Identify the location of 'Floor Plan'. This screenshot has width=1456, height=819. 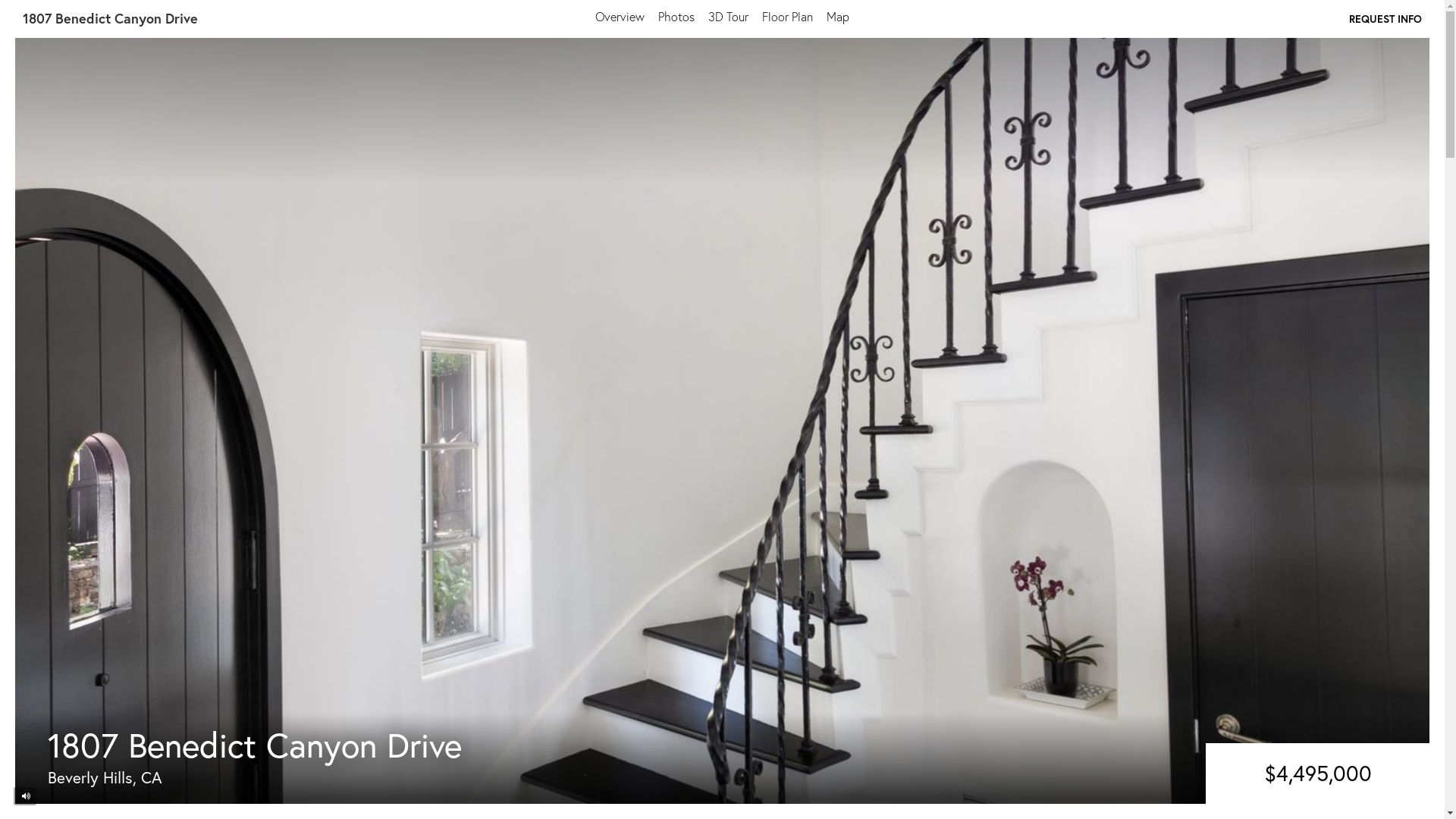
(787, 16).